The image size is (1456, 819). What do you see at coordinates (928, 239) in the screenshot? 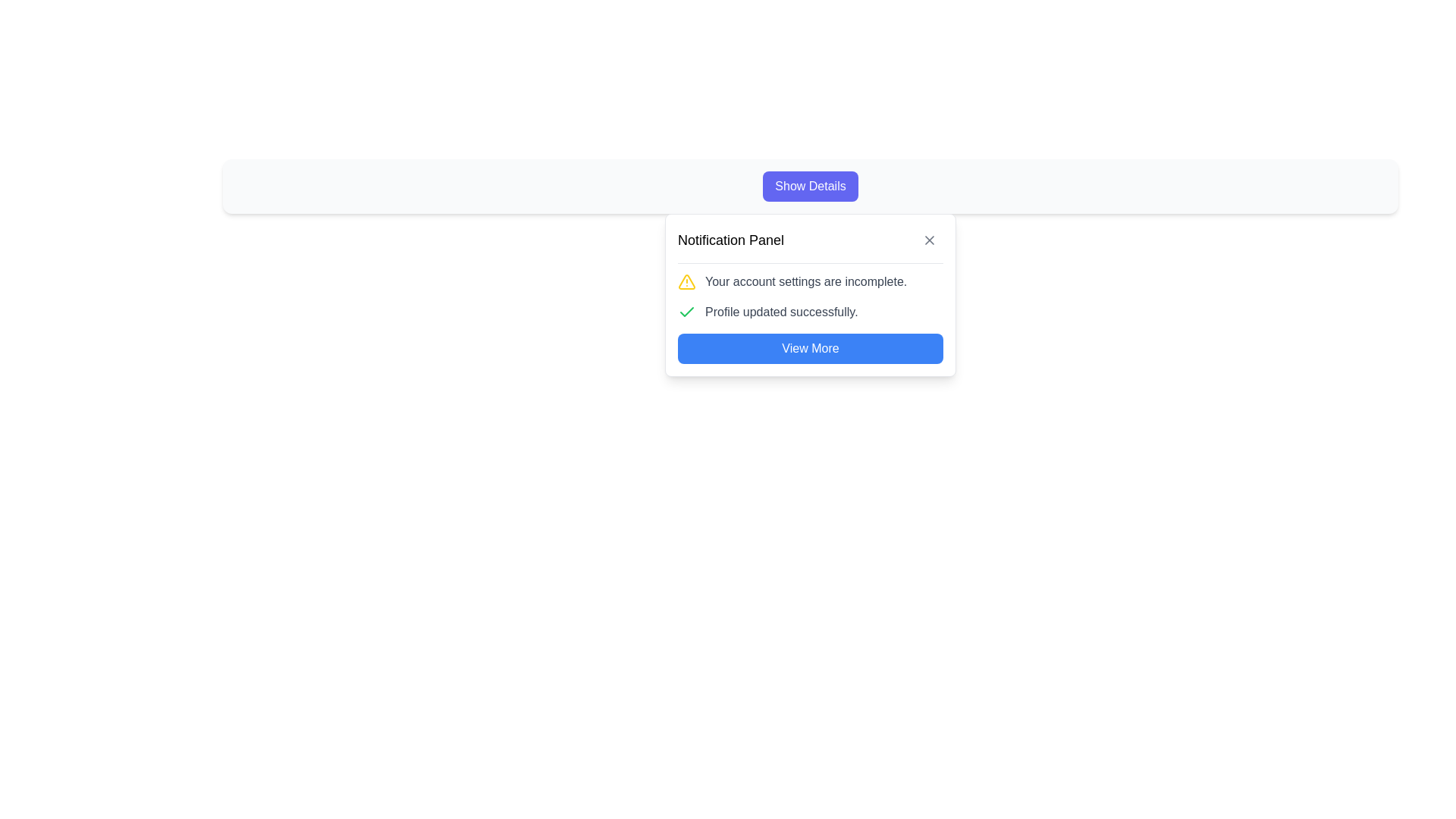
I see `the small gray button with an 'X' icon located at the top-right corner of the notification panel header` at bounding box center [928, 239].